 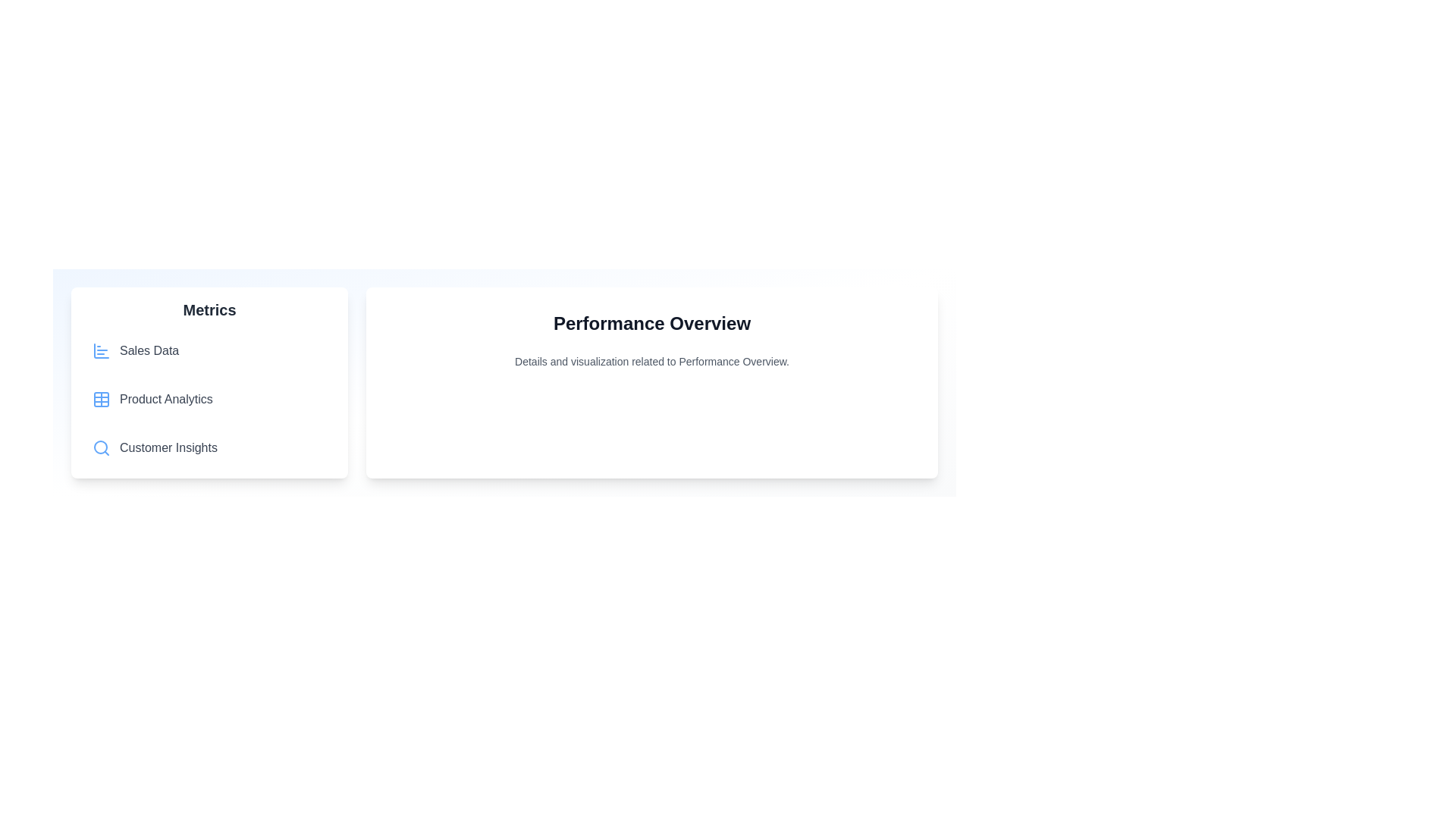 I want to click on the Navigation List item in the 'Metrics' card layout, so click(x=209, y=399).